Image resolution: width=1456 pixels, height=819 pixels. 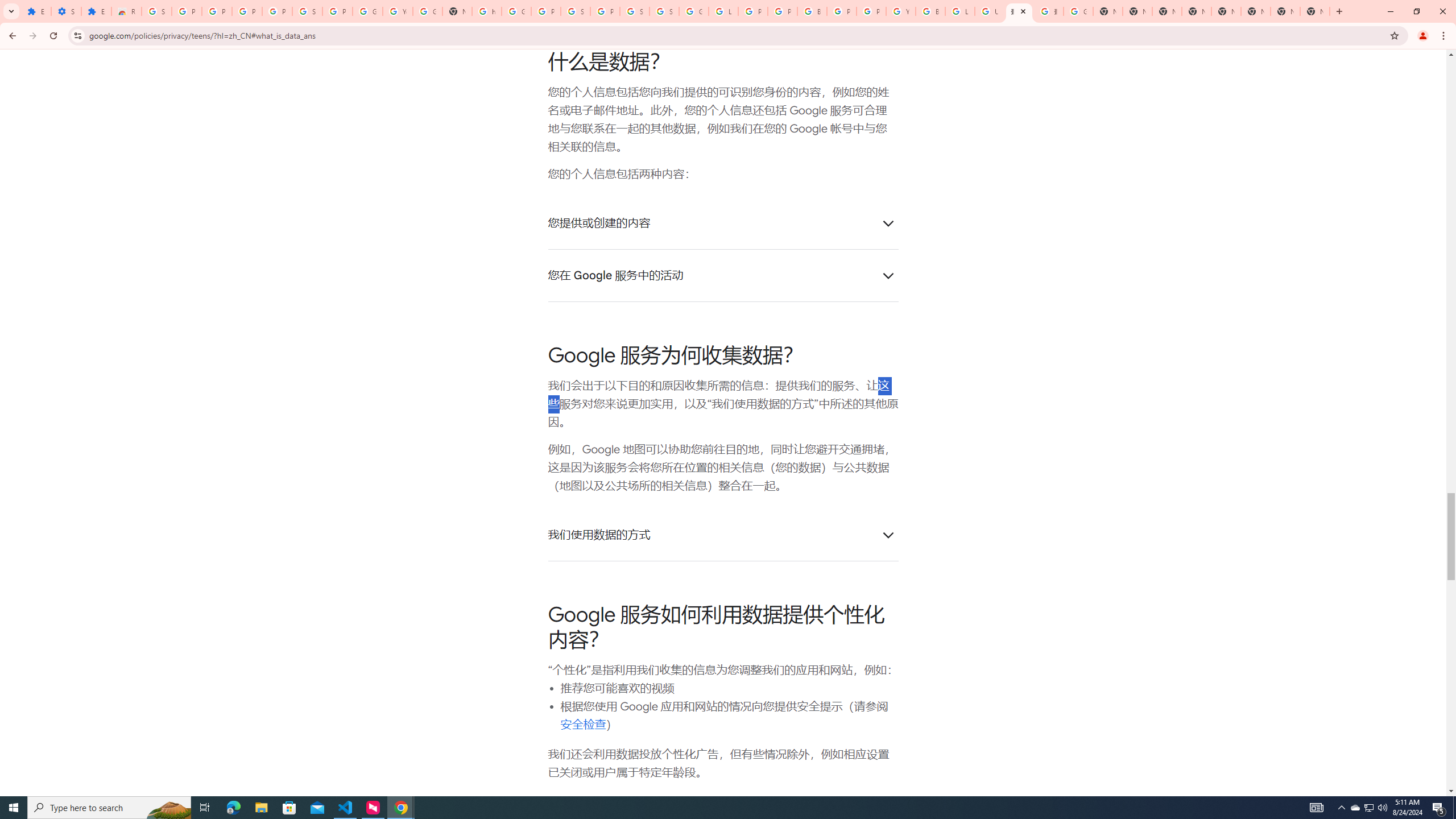 What do you see at coordinates (635, 11) in the screenshot?
I see `'Sign in - Google Accounts'` at bounding box center [635, 11].